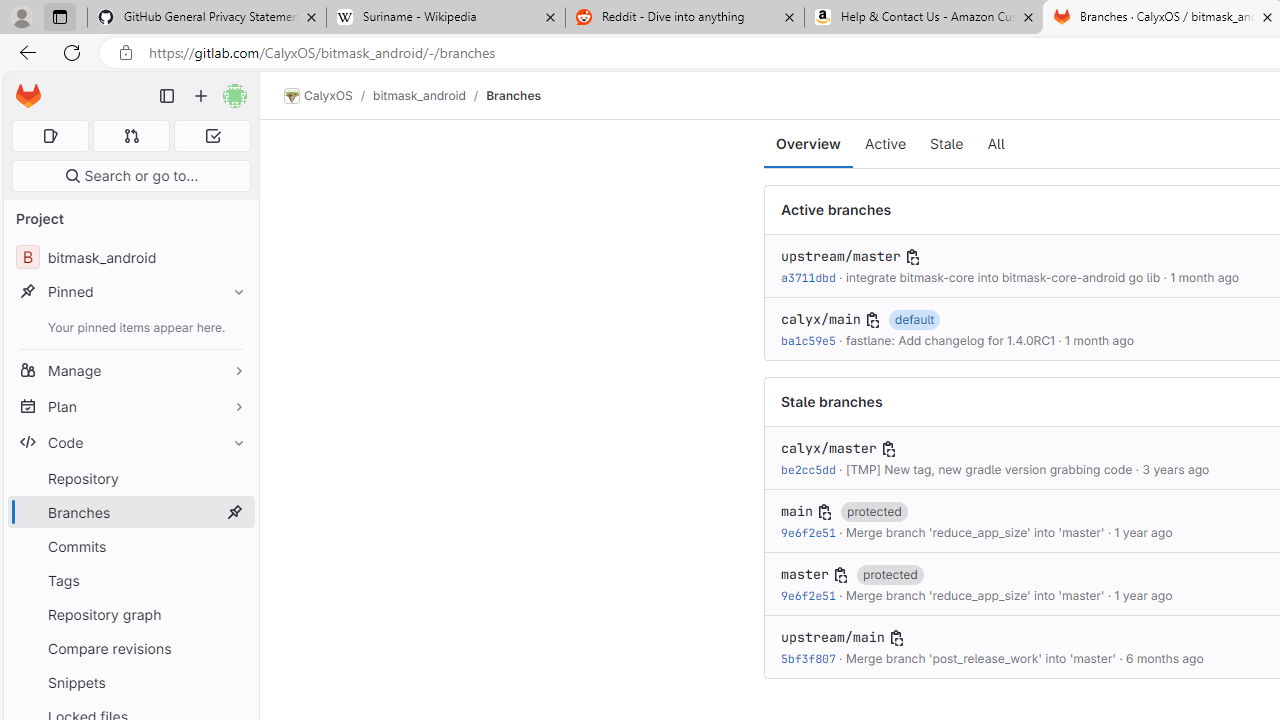 The image size is (1280, 720). Describe the element at coordinates (130, 441) in the screenshot. I see `'Code'` at that location.